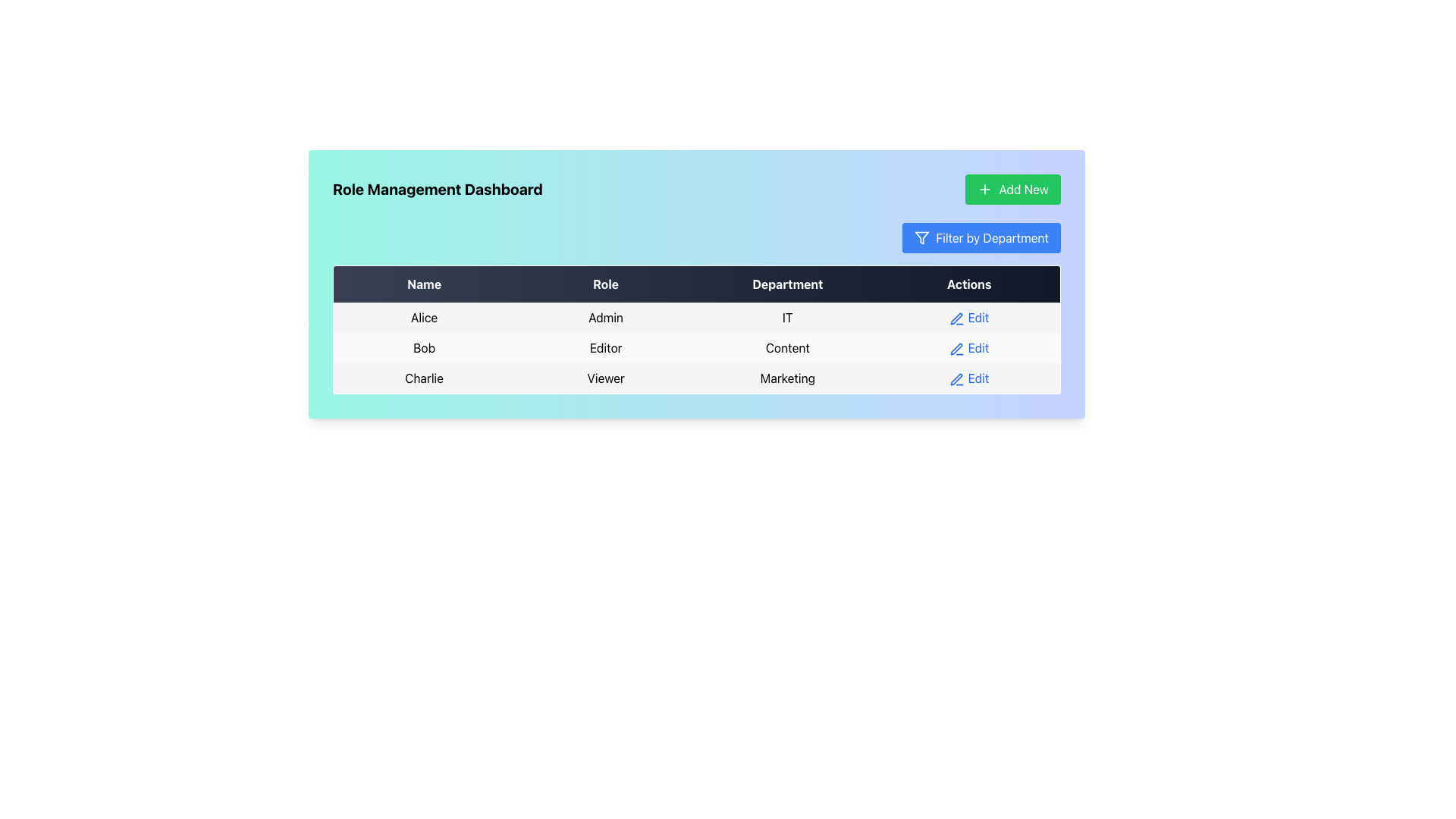  I want to click on the second row in the Role Management Dashboard table, which displays information about 'Bob', so click(695, 348).